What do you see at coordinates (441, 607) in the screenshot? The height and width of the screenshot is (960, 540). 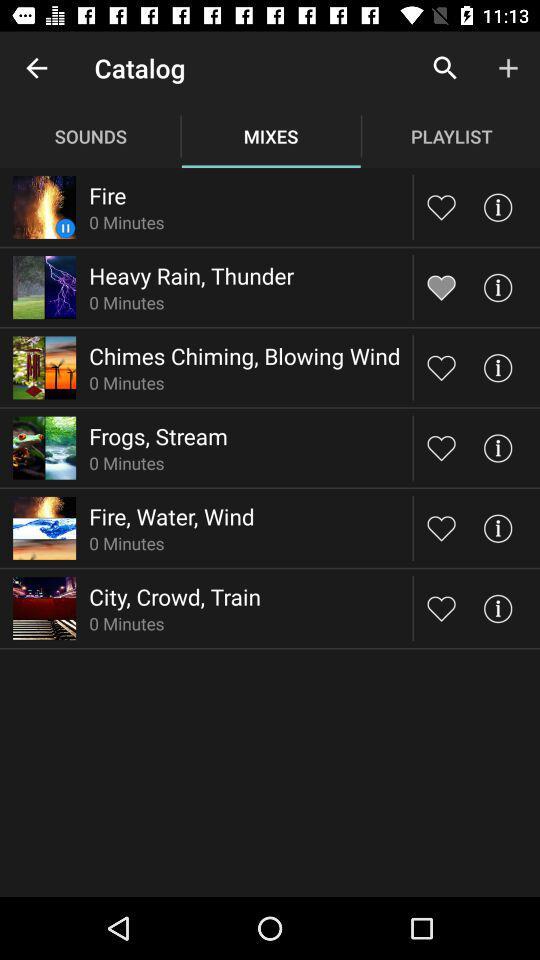 I see `to favorite` at bounding box center [441, 607].